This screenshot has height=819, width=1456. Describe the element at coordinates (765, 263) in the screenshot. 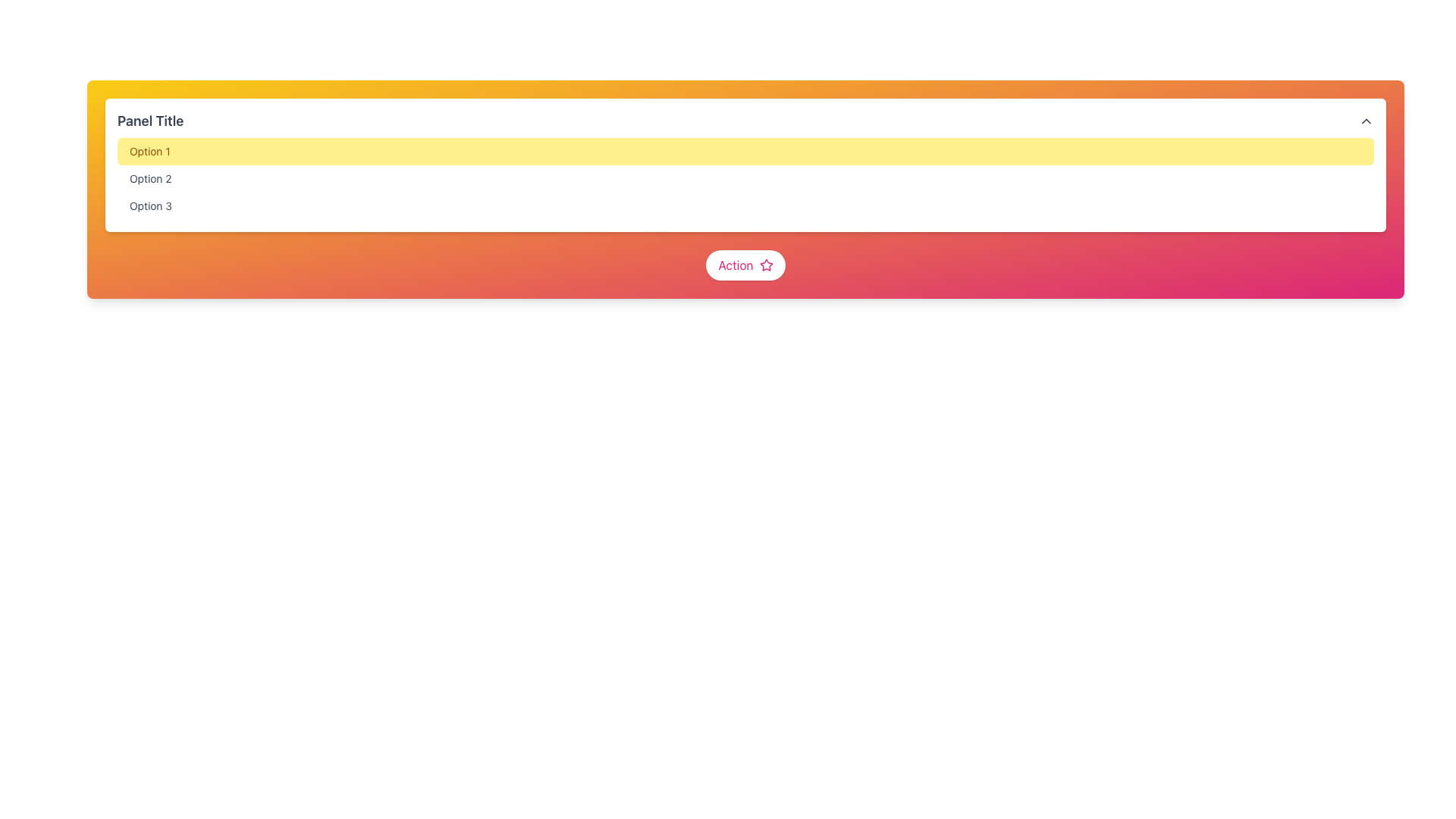

I see `the star-shaped pink icon located within the 'Action' button` at that location.